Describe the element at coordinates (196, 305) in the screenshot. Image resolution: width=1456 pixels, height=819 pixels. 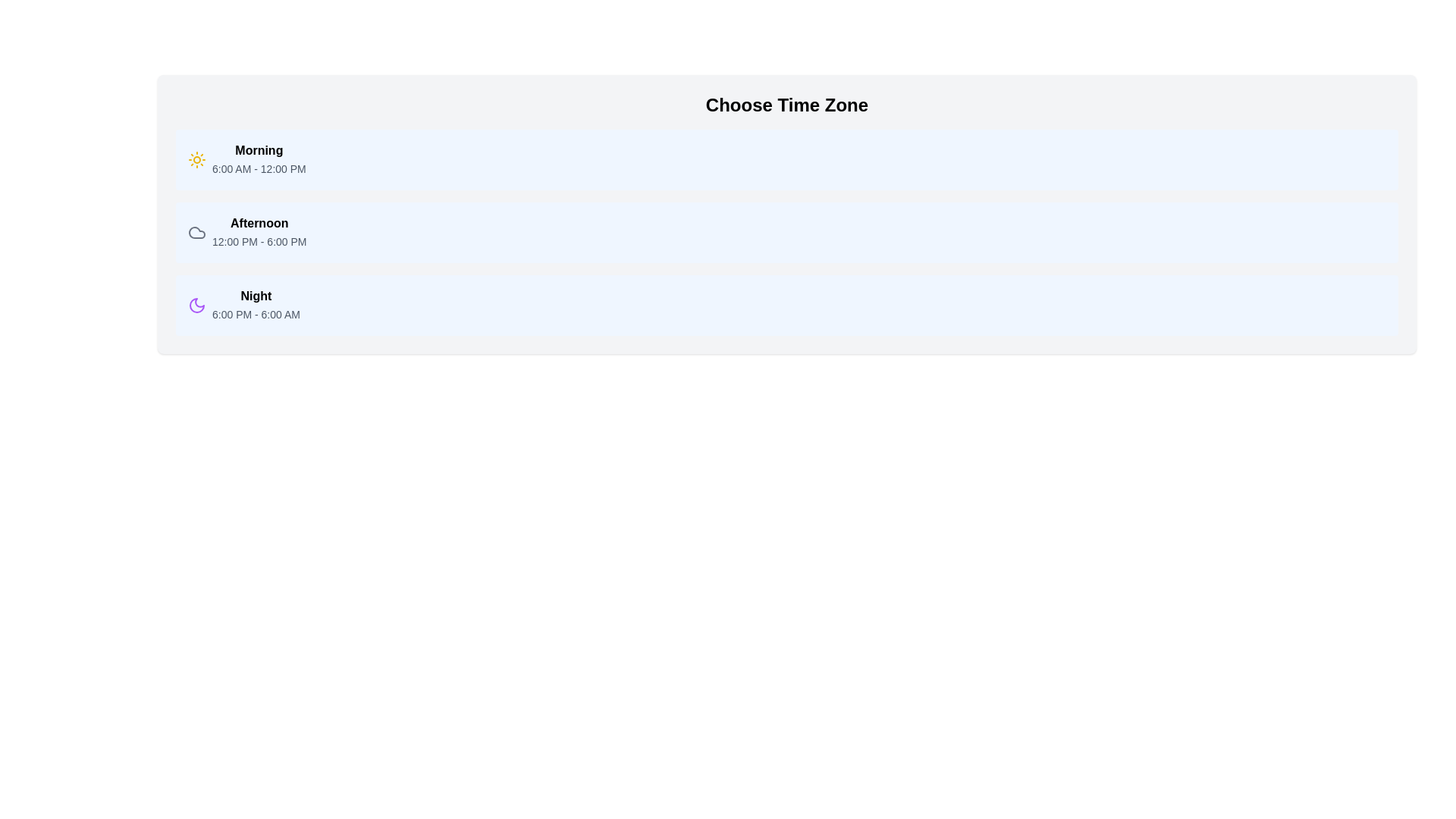
I see `the representation of the purple crescent moon icon located in the Night row of the time-of-day selection list, to the left of the 'Night' label and aligned with '6:00 PM - 6:00 AM'` at that location.